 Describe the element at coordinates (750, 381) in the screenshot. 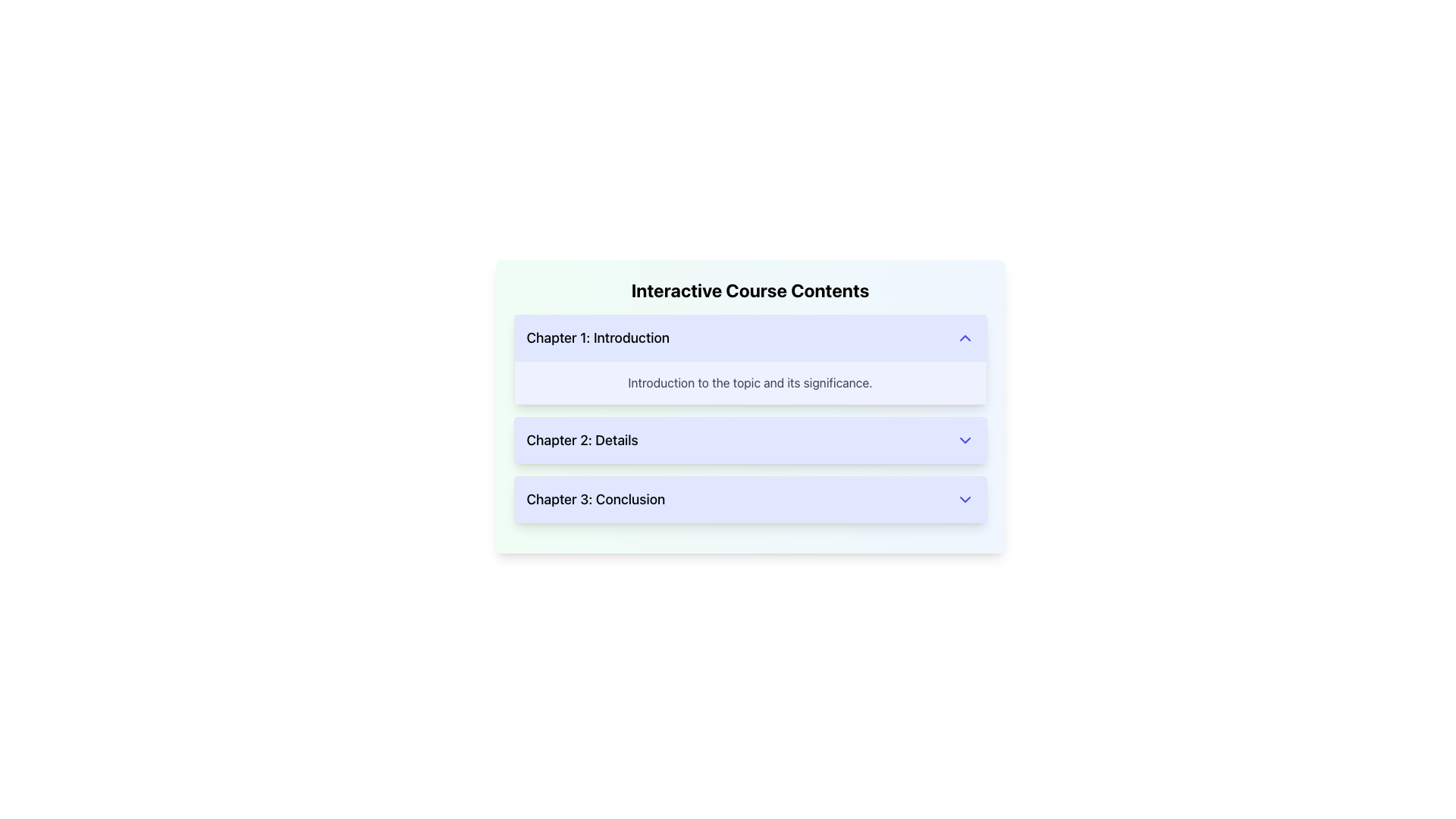

I see `the Text Display element that shows 'Introduction to the topic and its significance.' with a blue-tinted background, located below the header 'Chapter 1: Introduction'` at that location.